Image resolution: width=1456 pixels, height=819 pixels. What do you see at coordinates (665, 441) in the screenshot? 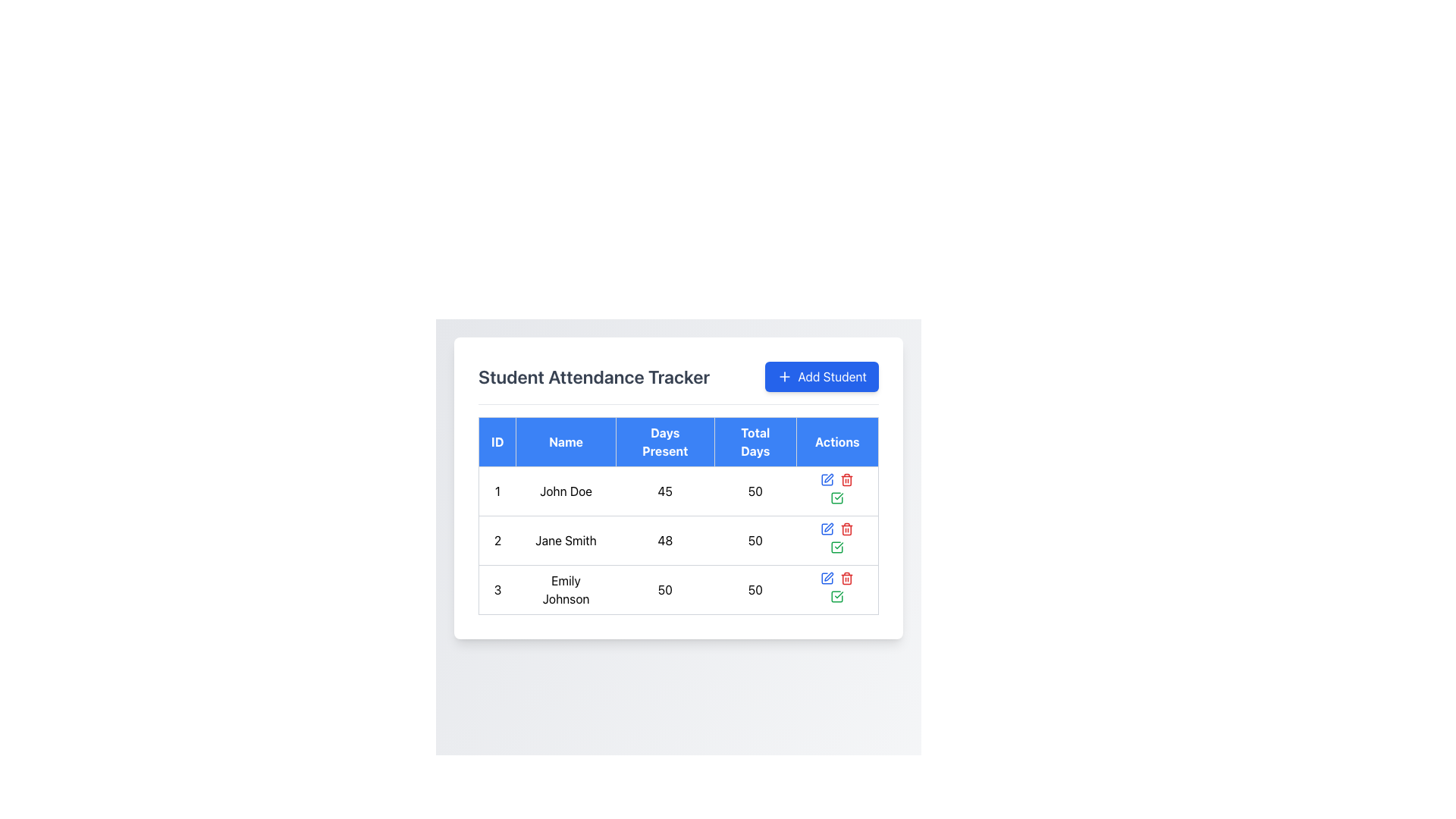
I see `the Table Header Column labeled 'Days Present' which has a blue background and white text, positioned in the header row of the Student Attendance Tracker table` at bounding box center [665, 441].